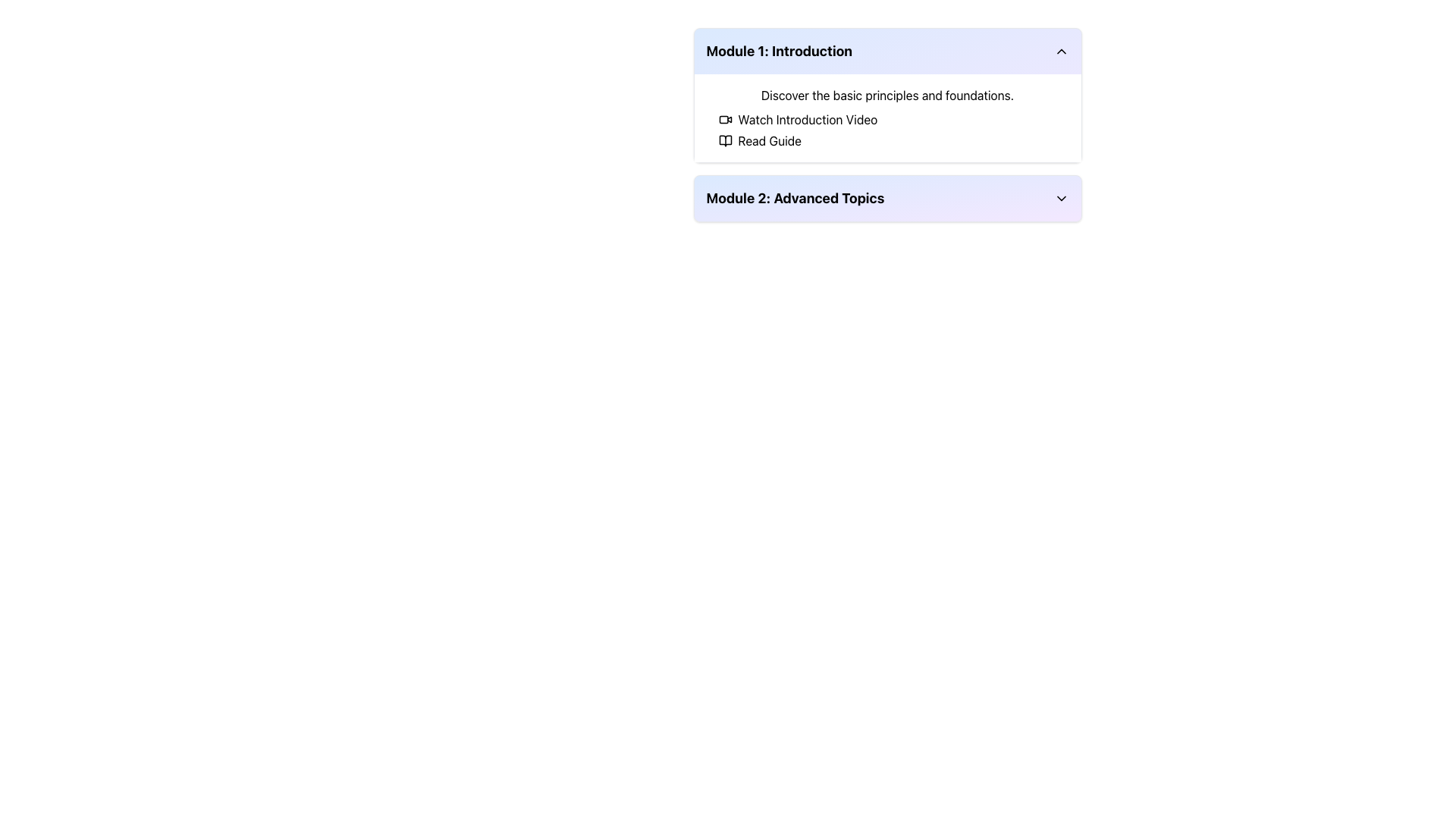  I want to click on the video icon located in 'Module 1: Introduction', which is part of the text 'Watch Introduction Video' and is the leftmost component, so click(724, 119).